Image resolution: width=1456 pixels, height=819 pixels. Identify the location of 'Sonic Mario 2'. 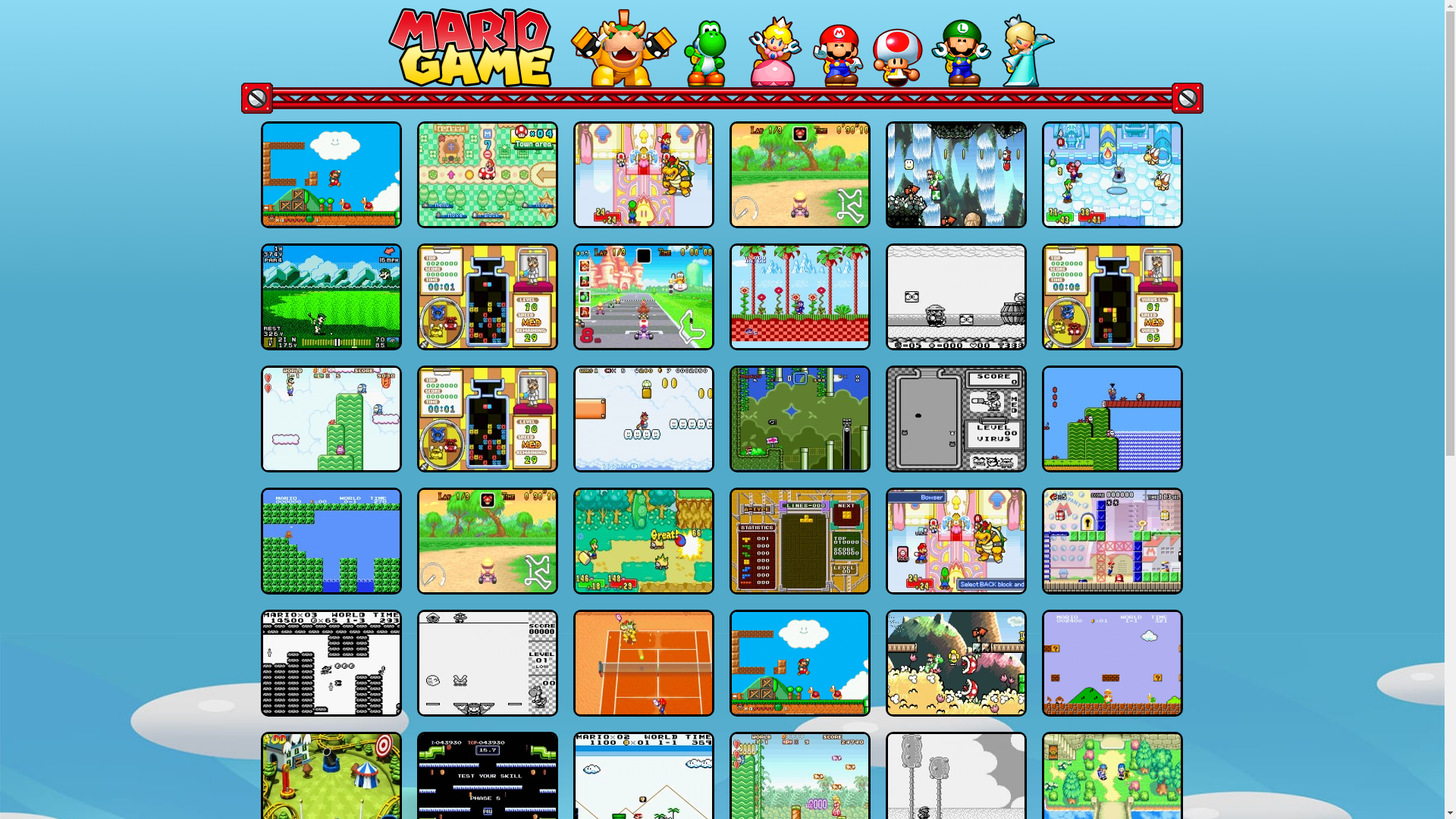
(799, 295).